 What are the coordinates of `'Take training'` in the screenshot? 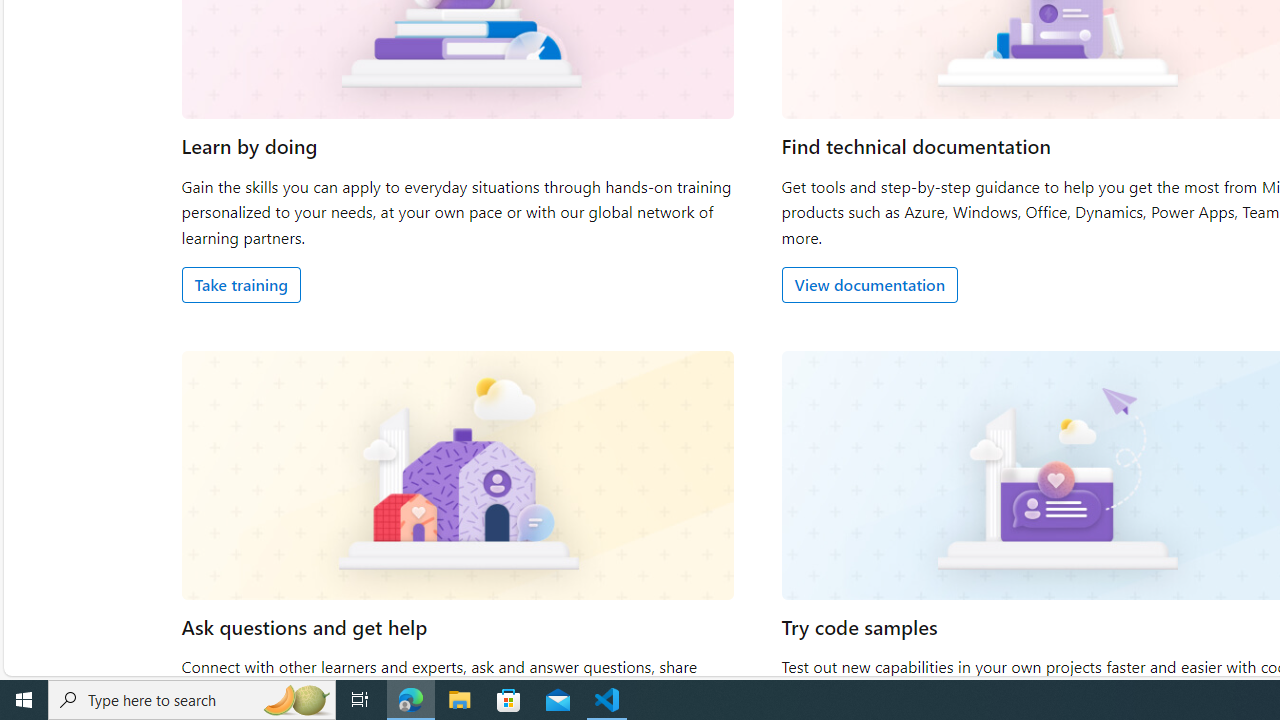 It's located at (240, 284).